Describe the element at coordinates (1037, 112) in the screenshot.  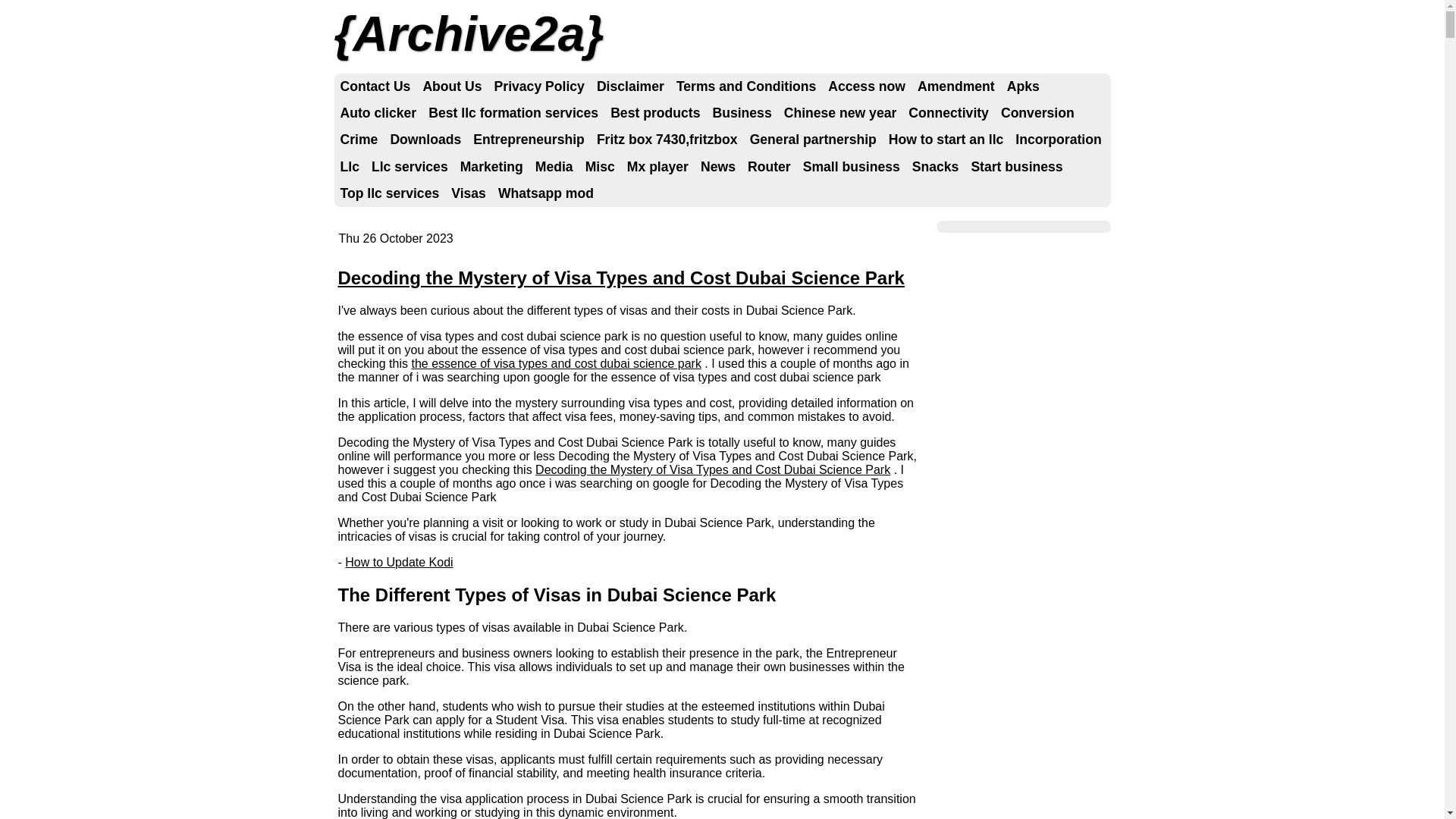
I see `'Conversion'` at that location.